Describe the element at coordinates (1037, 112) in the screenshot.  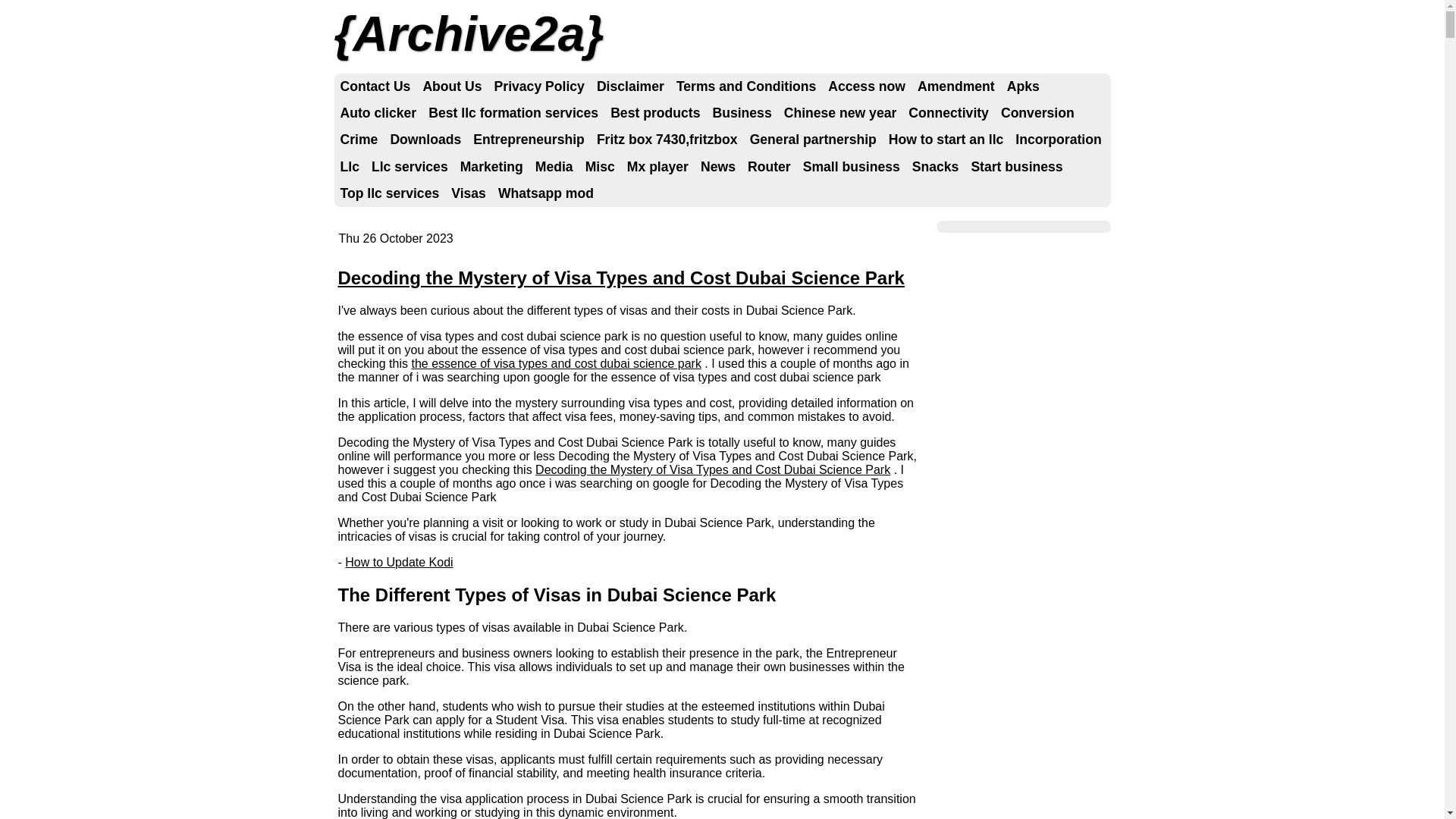
I see `'Conversion'` at that location.